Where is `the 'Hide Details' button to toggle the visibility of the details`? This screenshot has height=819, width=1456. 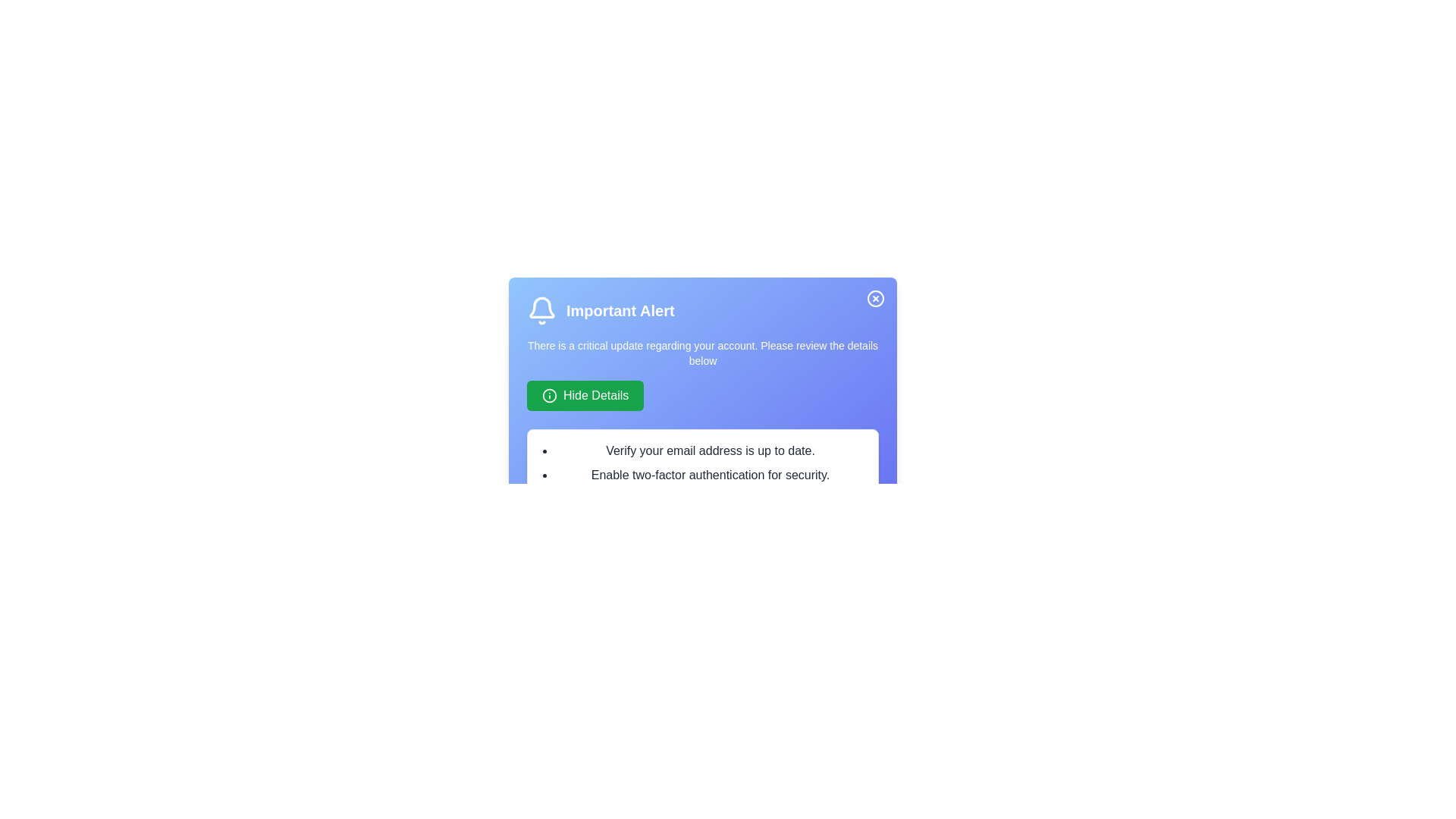
the 'Hide Details' button to toggle the visibility of the details is located at coordinates (585, 394).